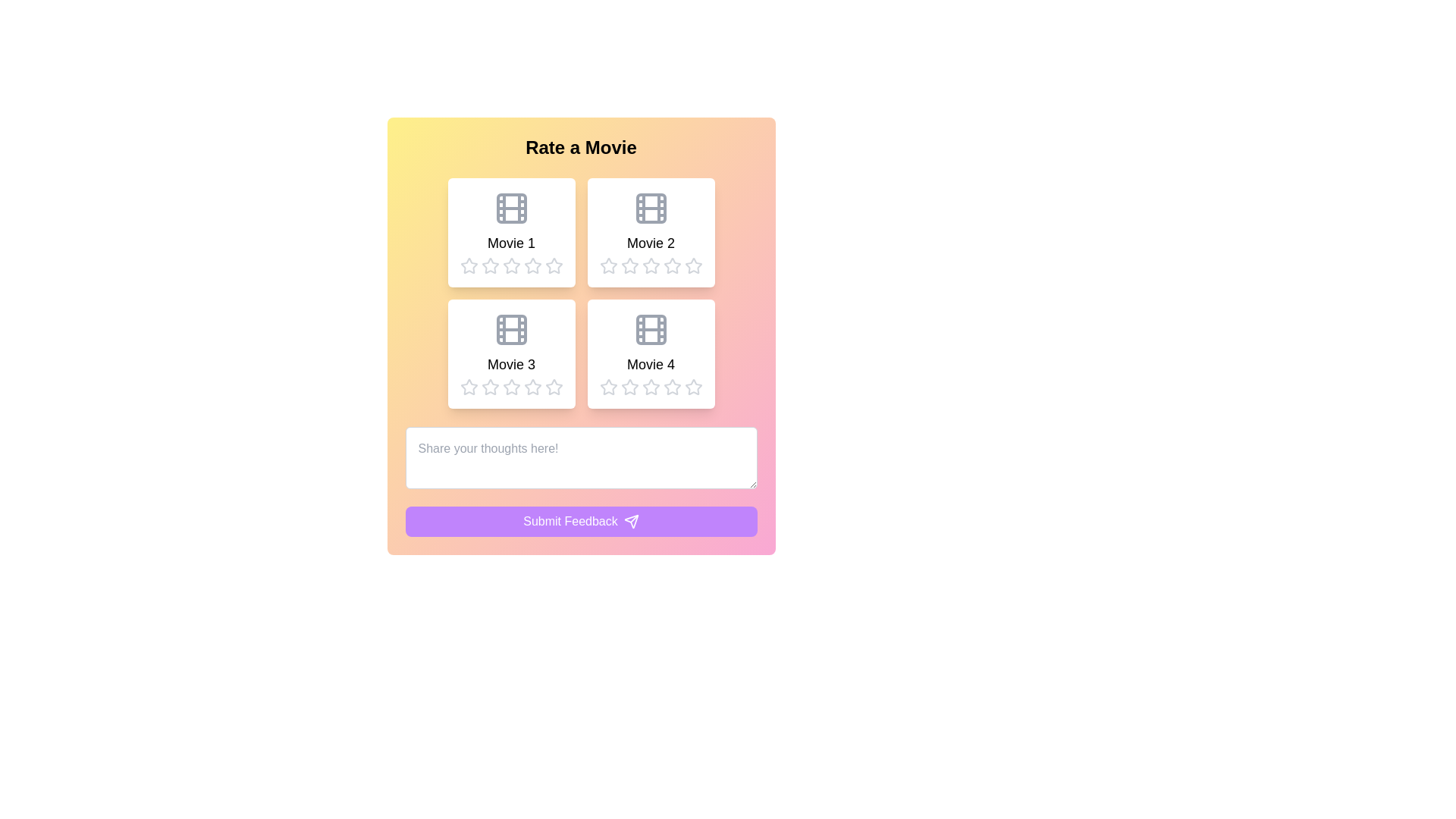 The width and height of the screenshot is (1456, 819). Describe the element at coordinates (608, 265) in the screenshot. I see `the first star icon in the second row of the rating section for 'Movie 2'` at that location.